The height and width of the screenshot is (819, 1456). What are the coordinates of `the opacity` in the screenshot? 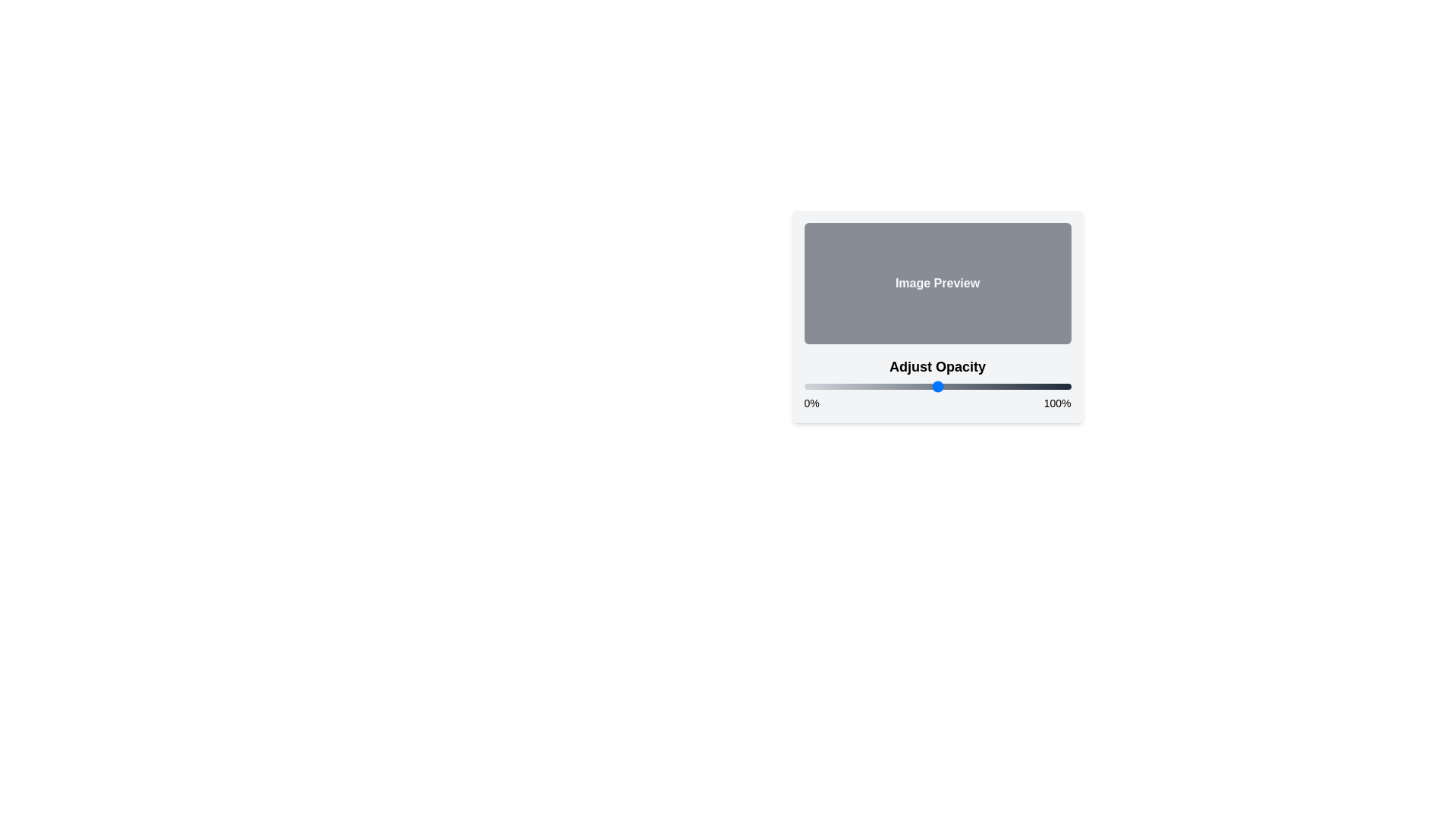 It's located at (1023, 385).